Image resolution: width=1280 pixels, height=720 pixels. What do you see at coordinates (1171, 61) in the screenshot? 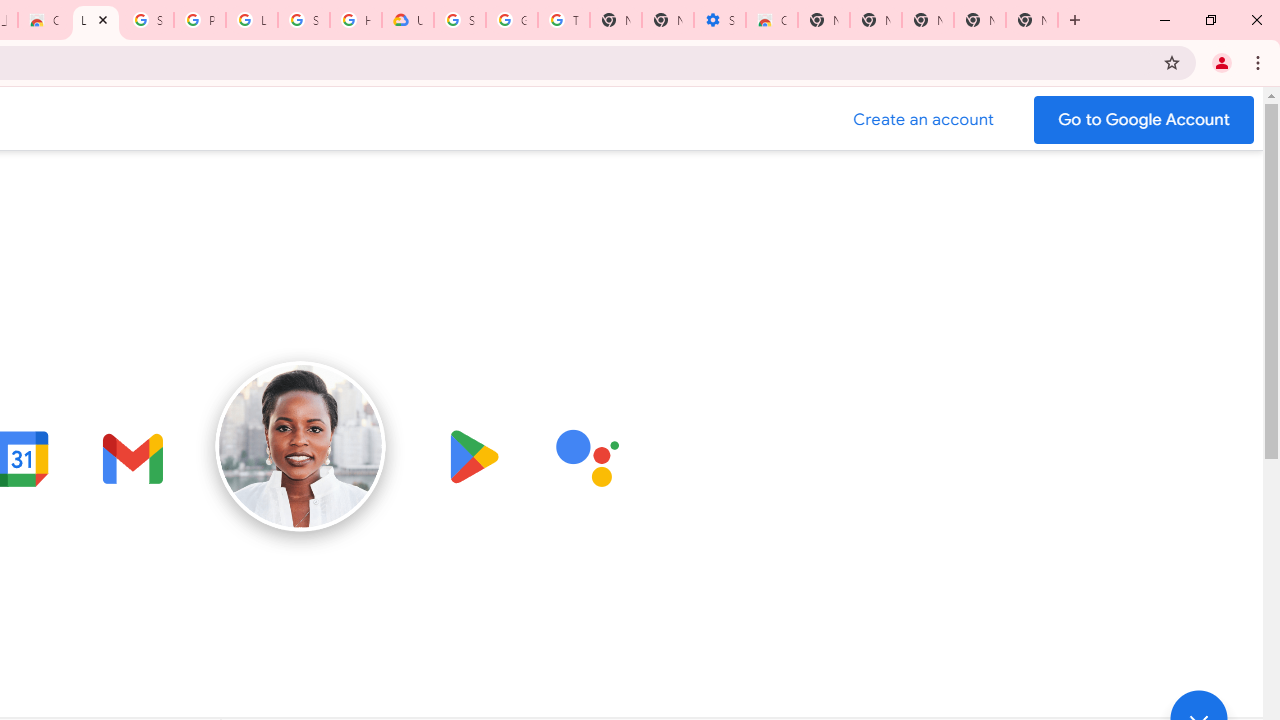
I see `'Bookmark this tab'` at bounding box center [1171, 61].